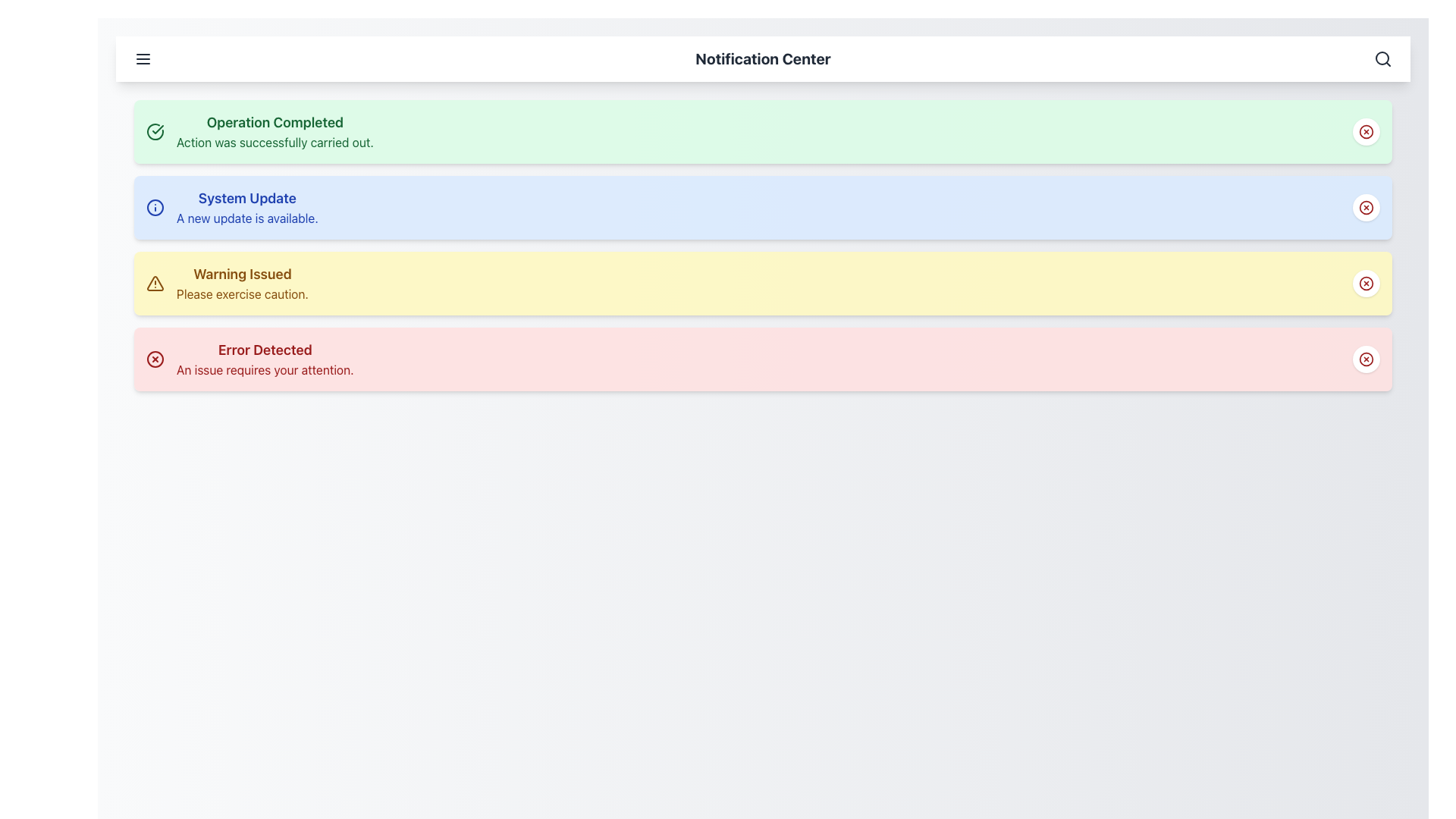  I want to click on the Text Label conveying the system notification message about the availability of a new update, located under the title 'System Update' in the blue notification card, so click(247, 218).